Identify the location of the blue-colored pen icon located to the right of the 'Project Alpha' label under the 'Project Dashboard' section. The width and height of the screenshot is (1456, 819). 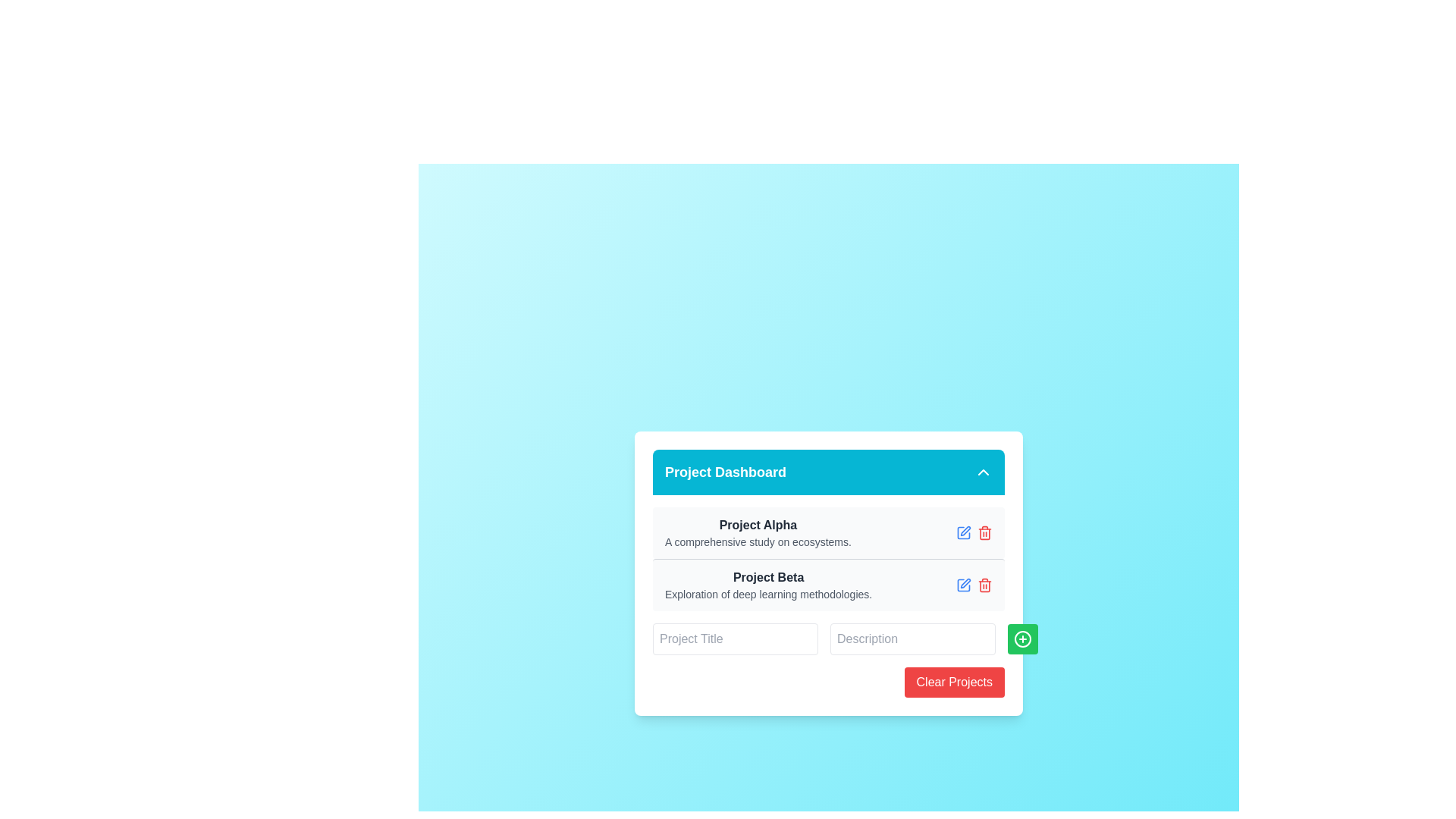
(963, 532).